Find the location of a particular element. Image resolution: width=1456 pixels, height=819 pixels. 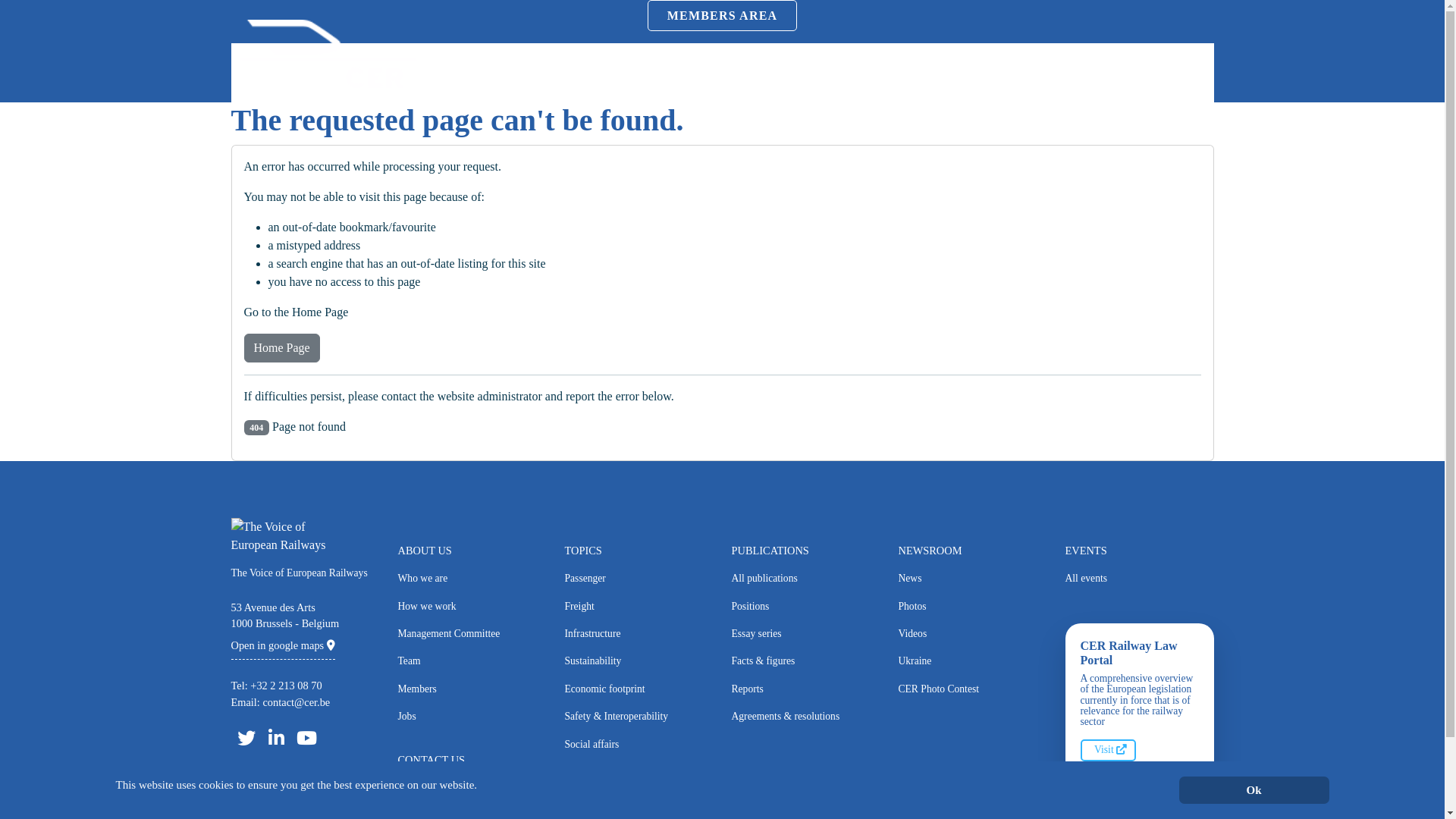

'Ukraine' is located at coordinates (898, 660).